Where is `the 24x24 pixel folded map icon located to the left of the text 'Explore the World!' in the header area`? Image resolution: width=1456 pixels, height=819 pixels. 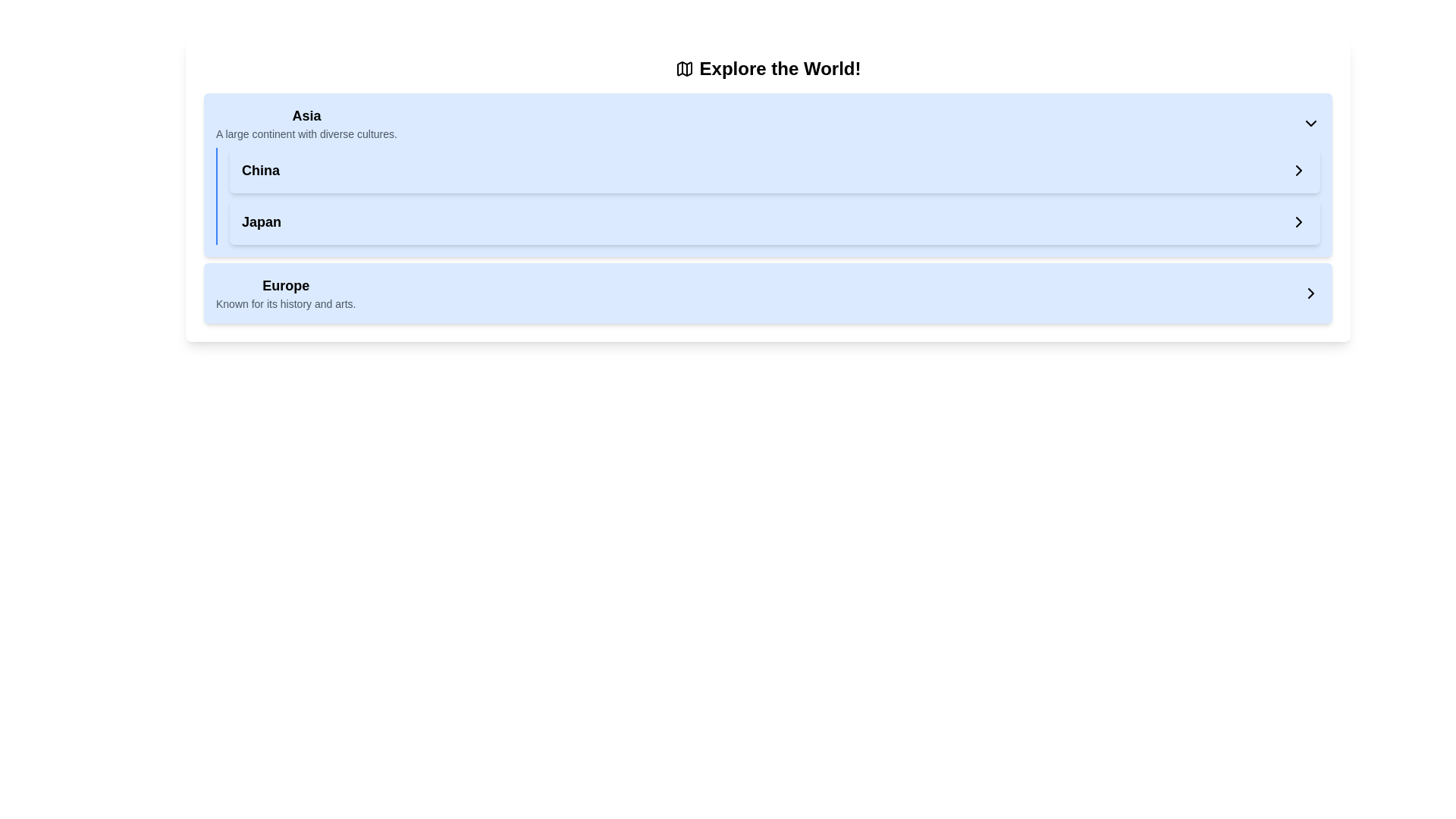
the 24x24 pixel folded map icon located to the left of the text 'Explore the World!' in the header area is located at coordinates (683, 69).